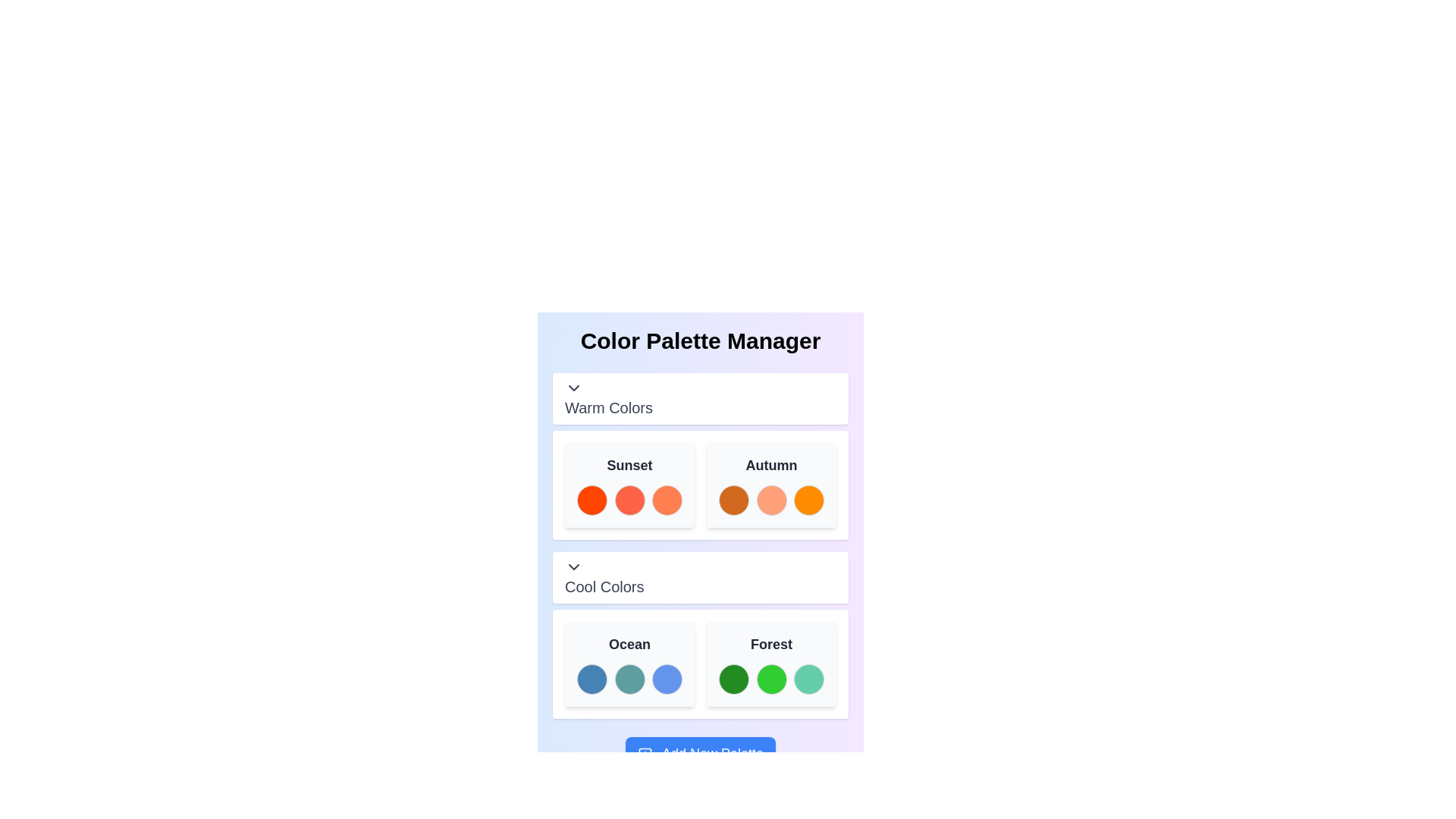 The width and height of the screenshot is (1456, 819). What do you see at coordinates (700, 635) in the screenshot?
I see `the individual palettes within the 'Color Palette Manager' section` at bounding box center [700, 635].